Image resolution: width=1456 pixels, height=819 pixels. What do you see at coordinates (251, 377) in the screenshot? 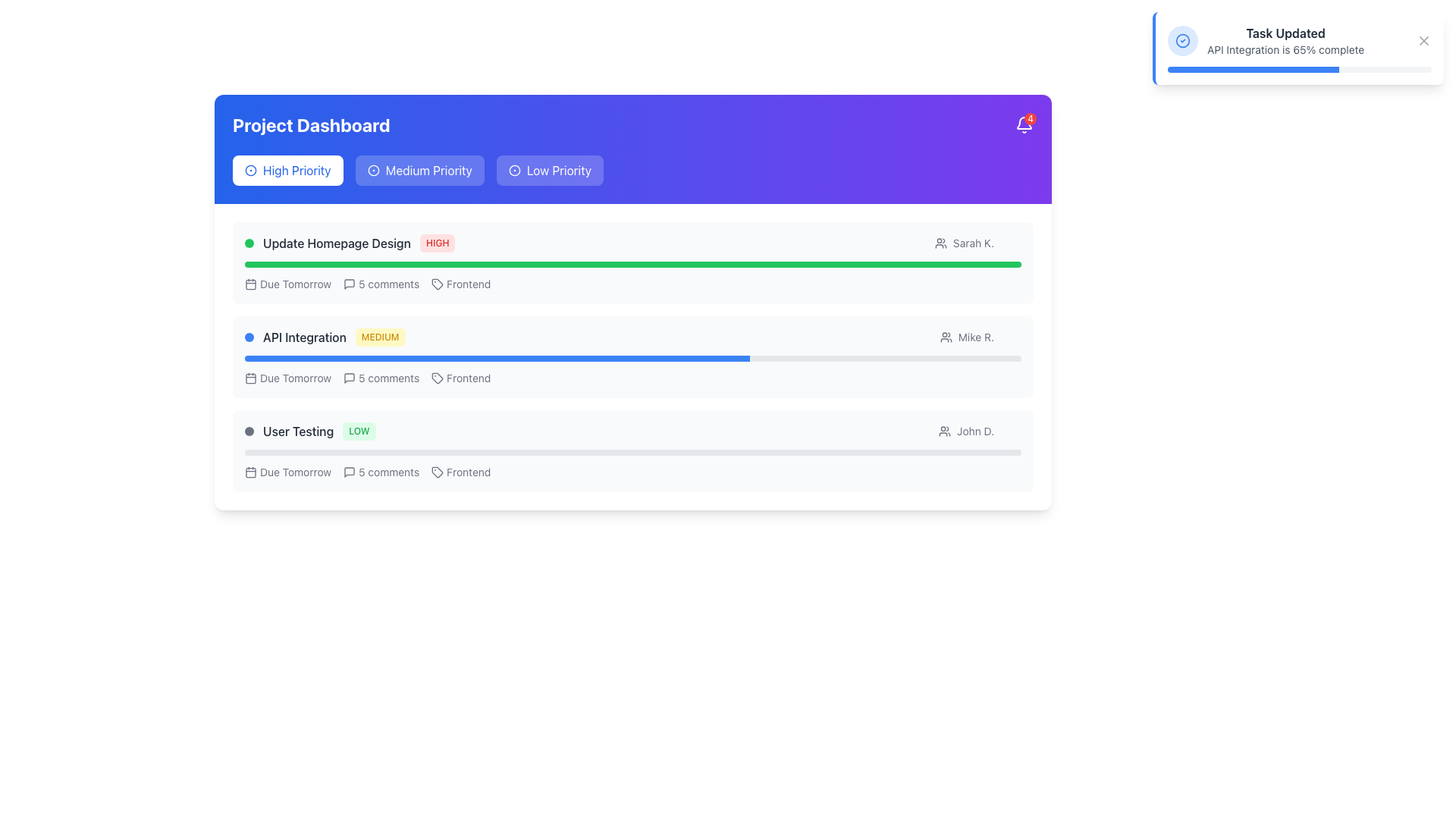
I see `the graphical rectangle with rounded corners that is part of the SVG calendar icon, located near the task summary for 'API Integration' and aligned with the text 'Due Tomorrow'` at bounding box center [251, 377].